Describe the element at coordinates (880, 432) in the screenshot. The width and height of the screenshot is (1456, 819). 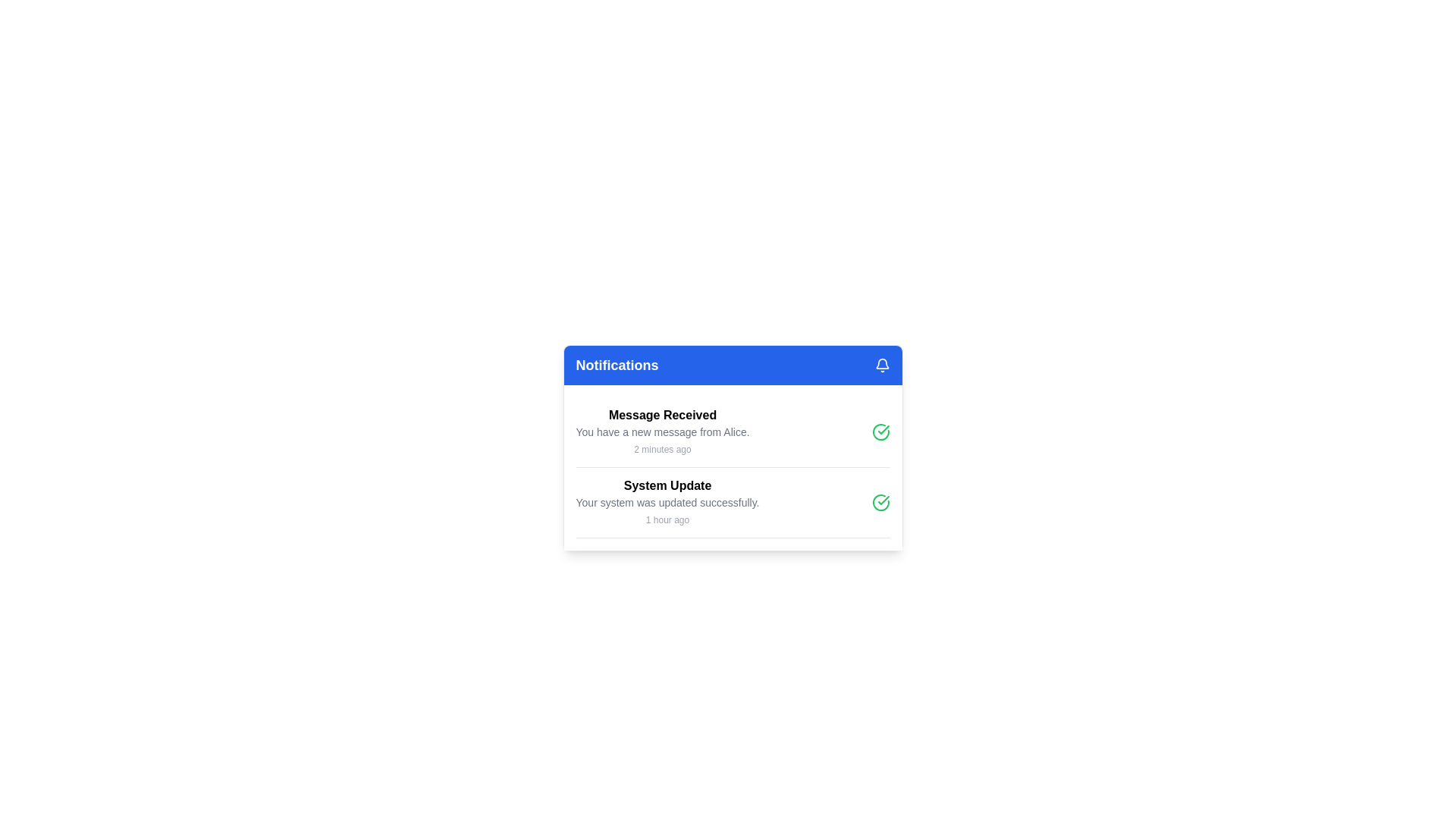
I see `the icon indicating successful completion of a task or message, located at the far right of the first notification item in the list, adjacent to the 'Message Received' title` at that location.